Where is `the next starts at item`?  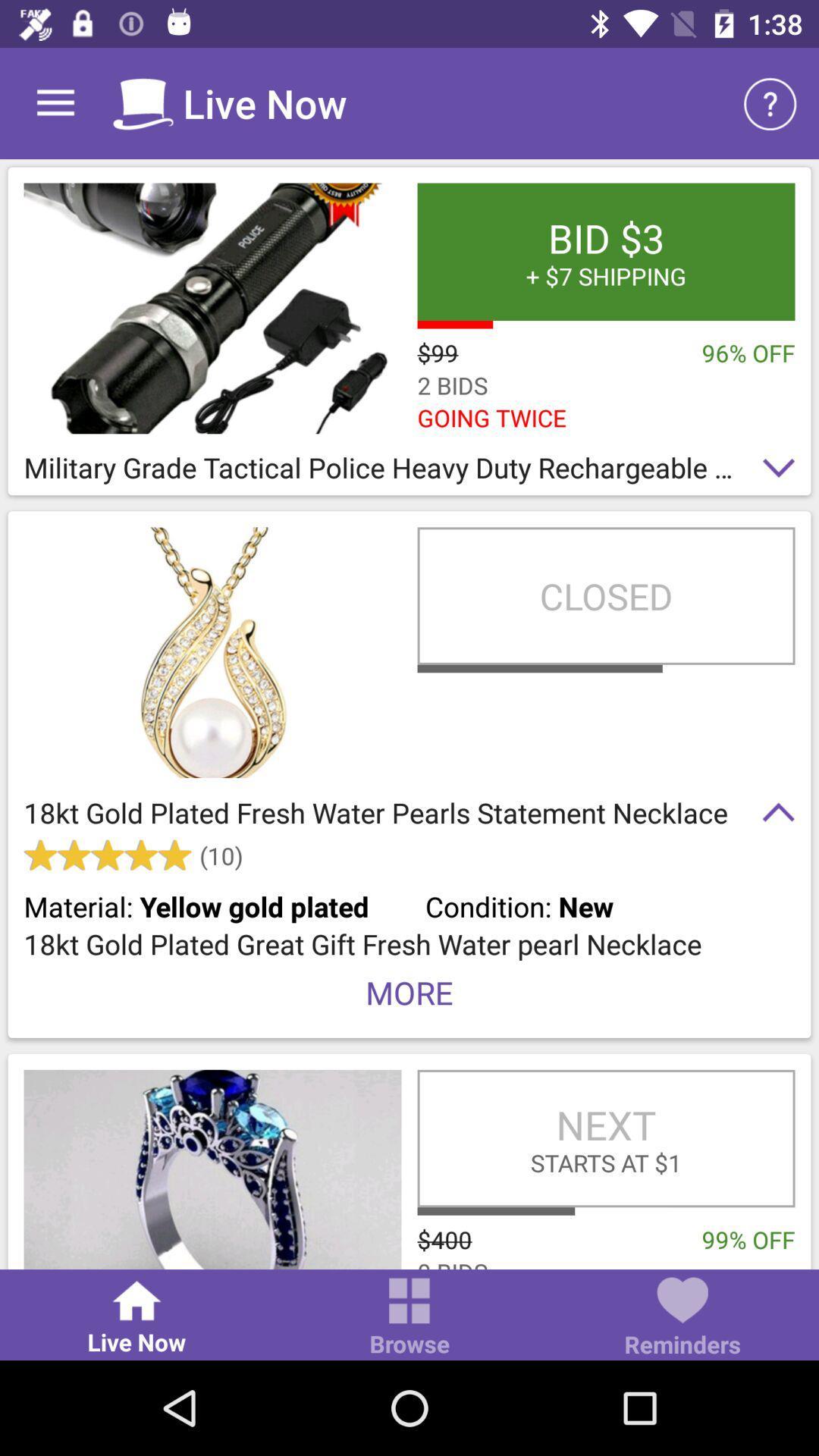 the next starts at item is located at coordinates (605, 1138).